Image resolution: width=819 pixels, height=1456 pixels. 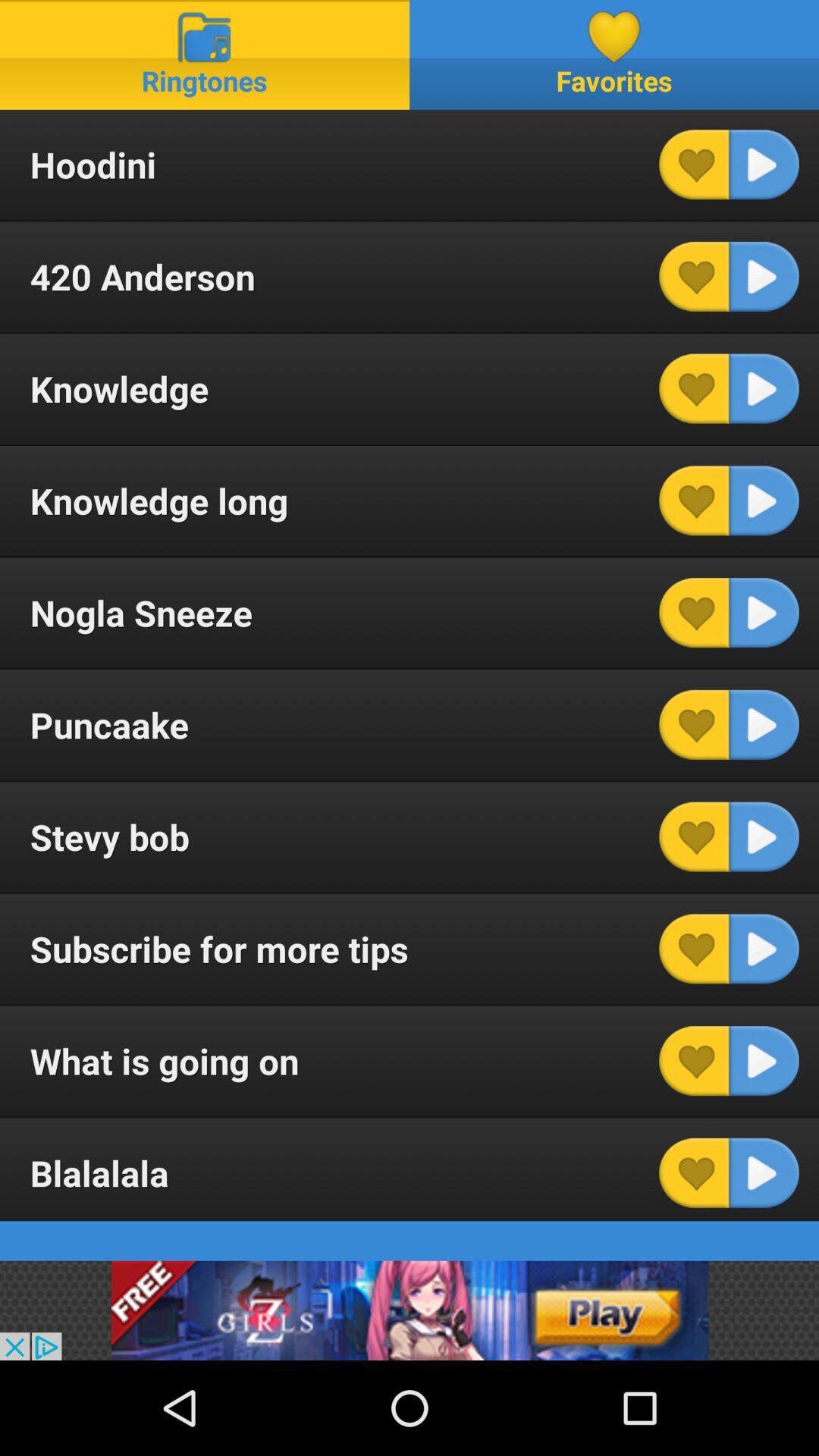 What do you see at coordinates (694, 948) in the screenshot?
I see `love this section` at bounding box center [694, 948].